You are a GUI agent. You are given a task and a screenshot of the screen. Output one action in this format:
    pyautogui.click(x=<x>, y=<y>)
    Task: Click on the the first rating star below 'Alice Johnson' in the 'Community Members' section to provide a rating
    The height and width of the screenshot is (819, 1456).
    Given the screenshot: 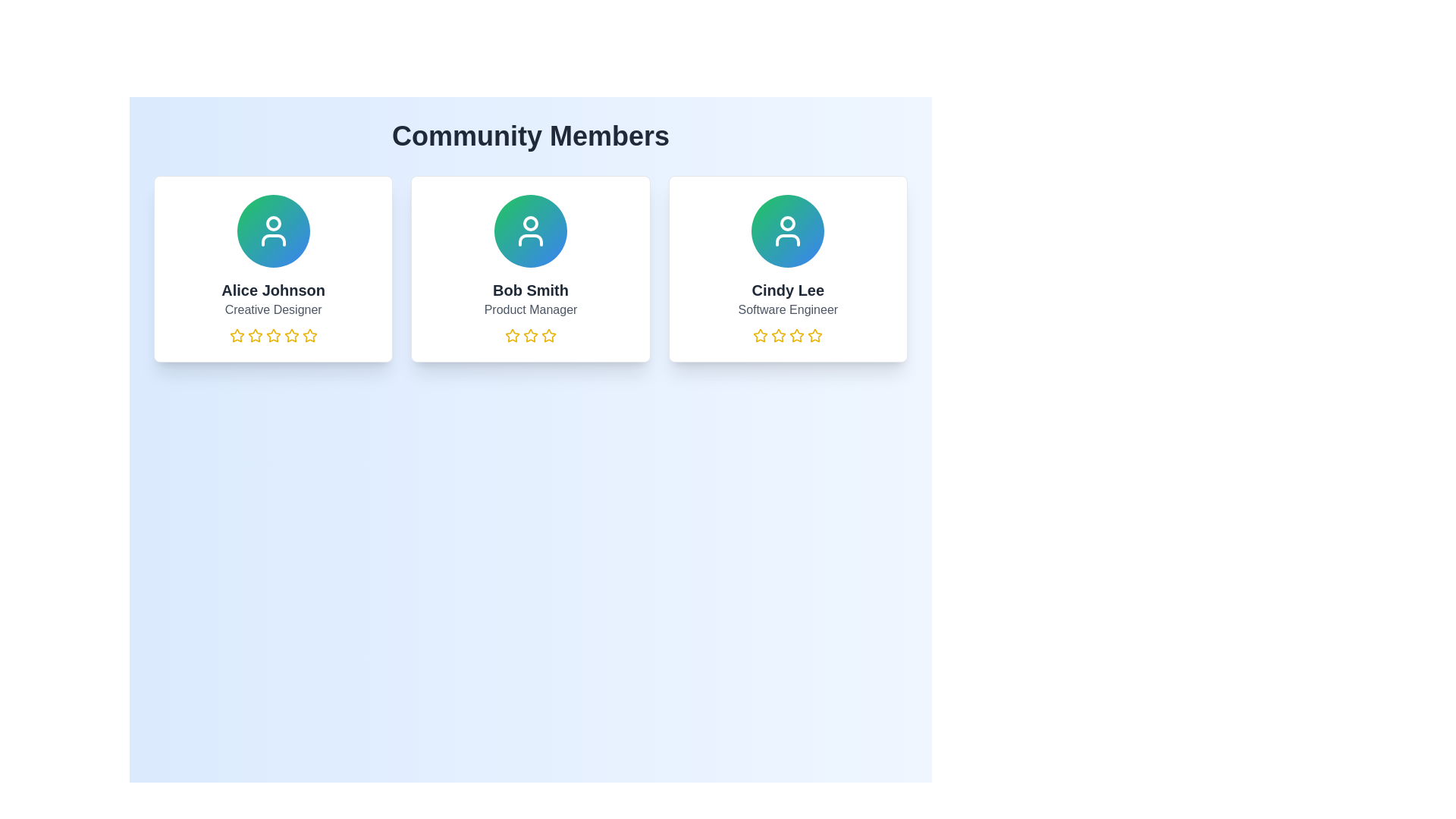 What is the action you would take?
    pyautogui.click(x=273, y=334)
    